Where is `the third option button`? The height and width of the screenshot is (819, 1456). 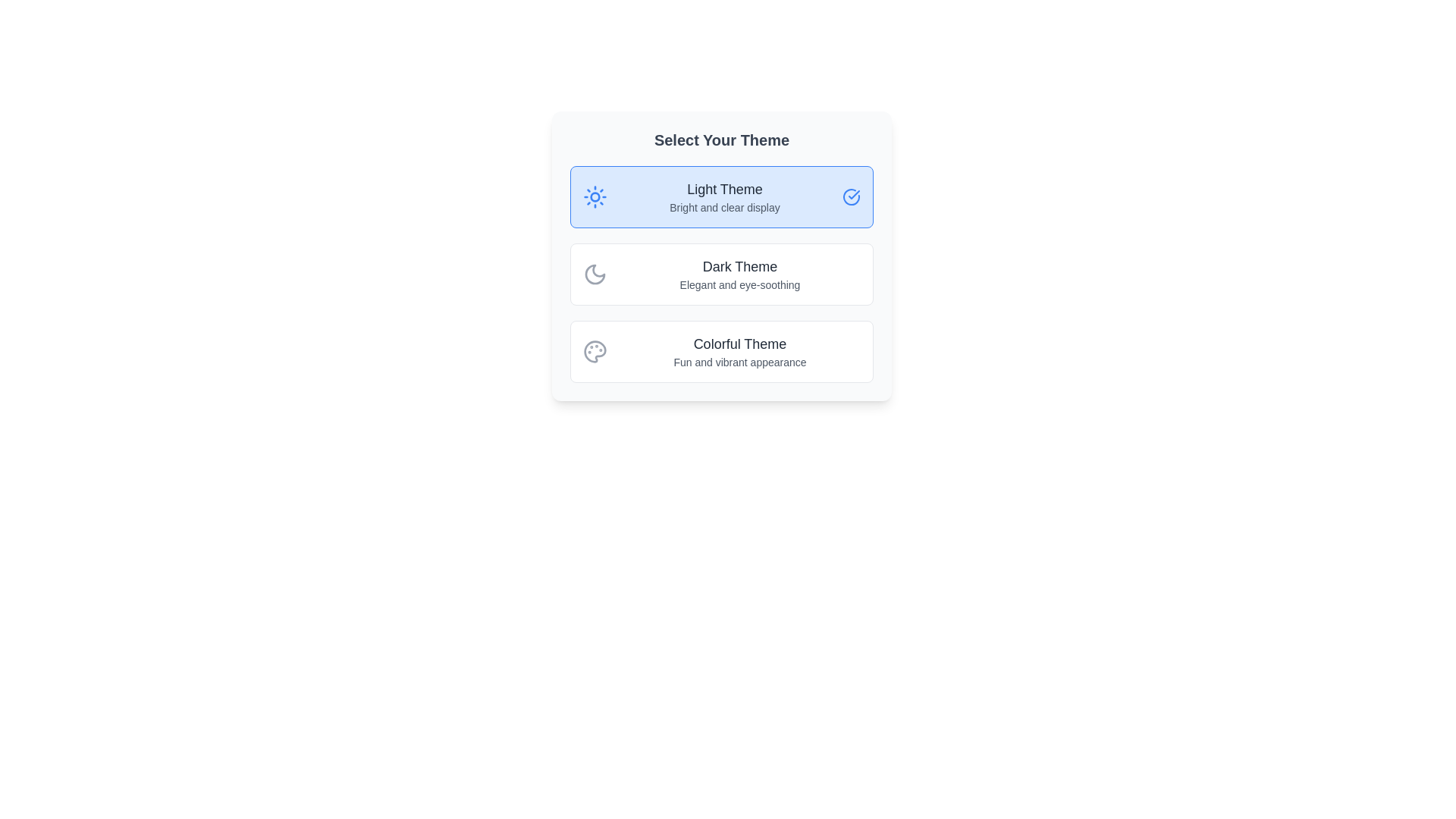
the third option button is located at coordinates (720, 351).